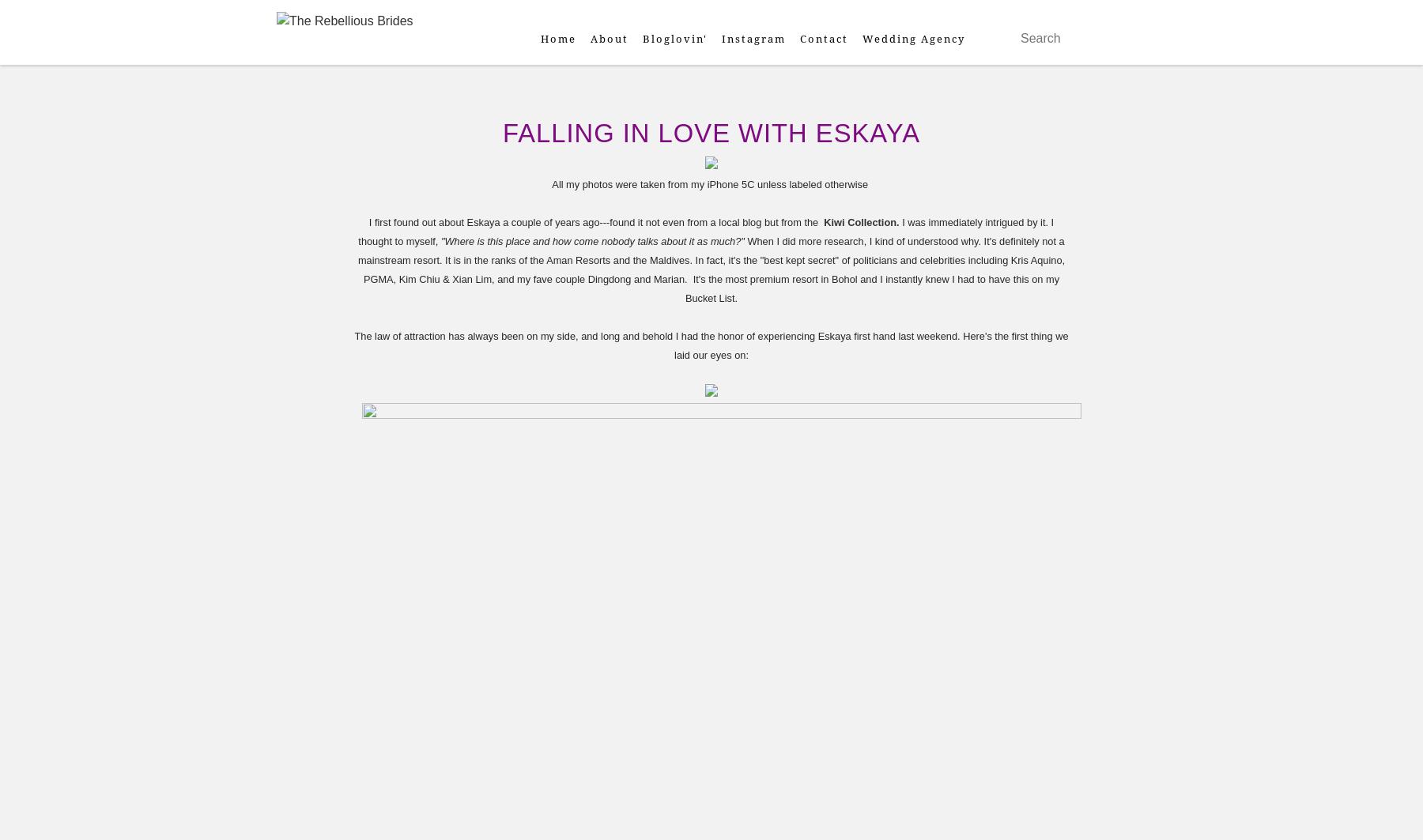  Describe the element at coordinates (356, 269) in the screenshot. I see `'When I did more research, I kind of understood why. It's definitely not a mainstream resort. It is in the ranks of the Aman Resorts and the Maldives. In fact, it's the "best kept secret" of politicians and celebrities including Kris Aquino, PGMA, Kim Chiu & Xian Lim, and my fave couple Dingdong and Marian.  It's the most premium resort in Bohol and I instantly knew I had to have this on my Bucket List.'` at that location.